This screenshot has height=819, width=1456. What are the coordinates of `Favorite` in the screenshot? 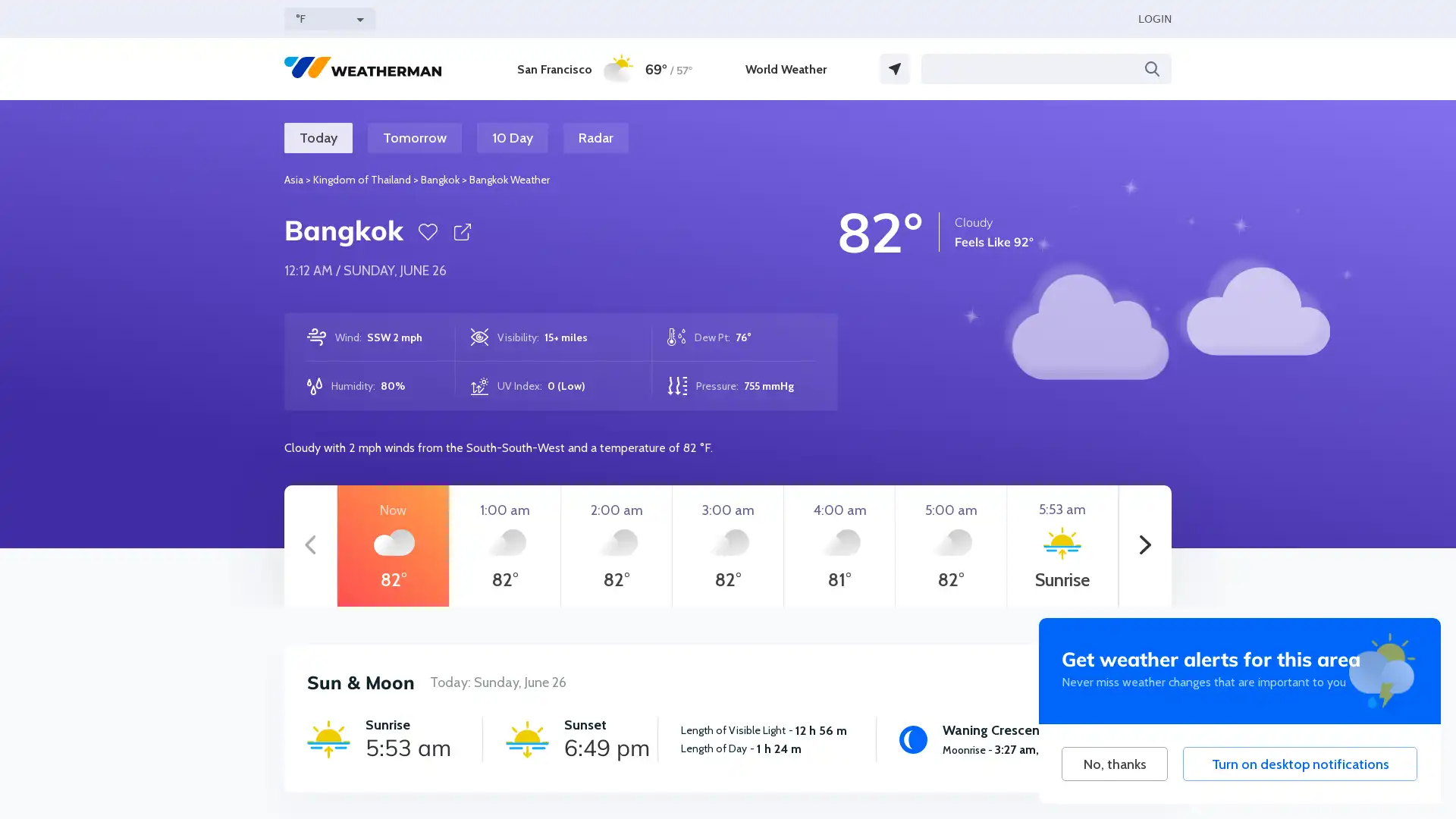 It's located at (427, 231).